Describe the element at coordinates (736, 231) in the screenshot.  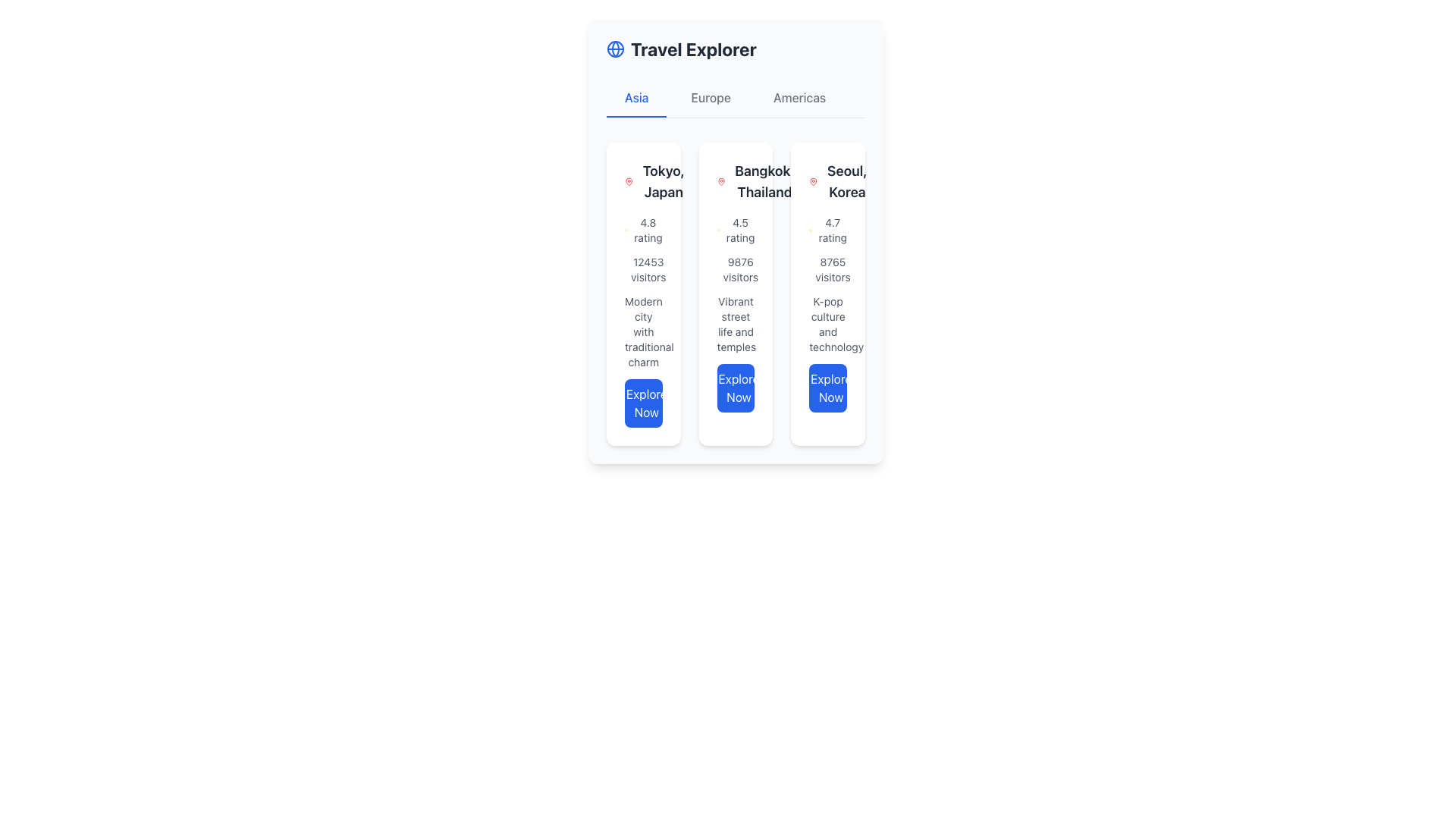
I see `the rating text and icon display in the middle card of the three-card layout for Bangkok, Thailand` at that location.